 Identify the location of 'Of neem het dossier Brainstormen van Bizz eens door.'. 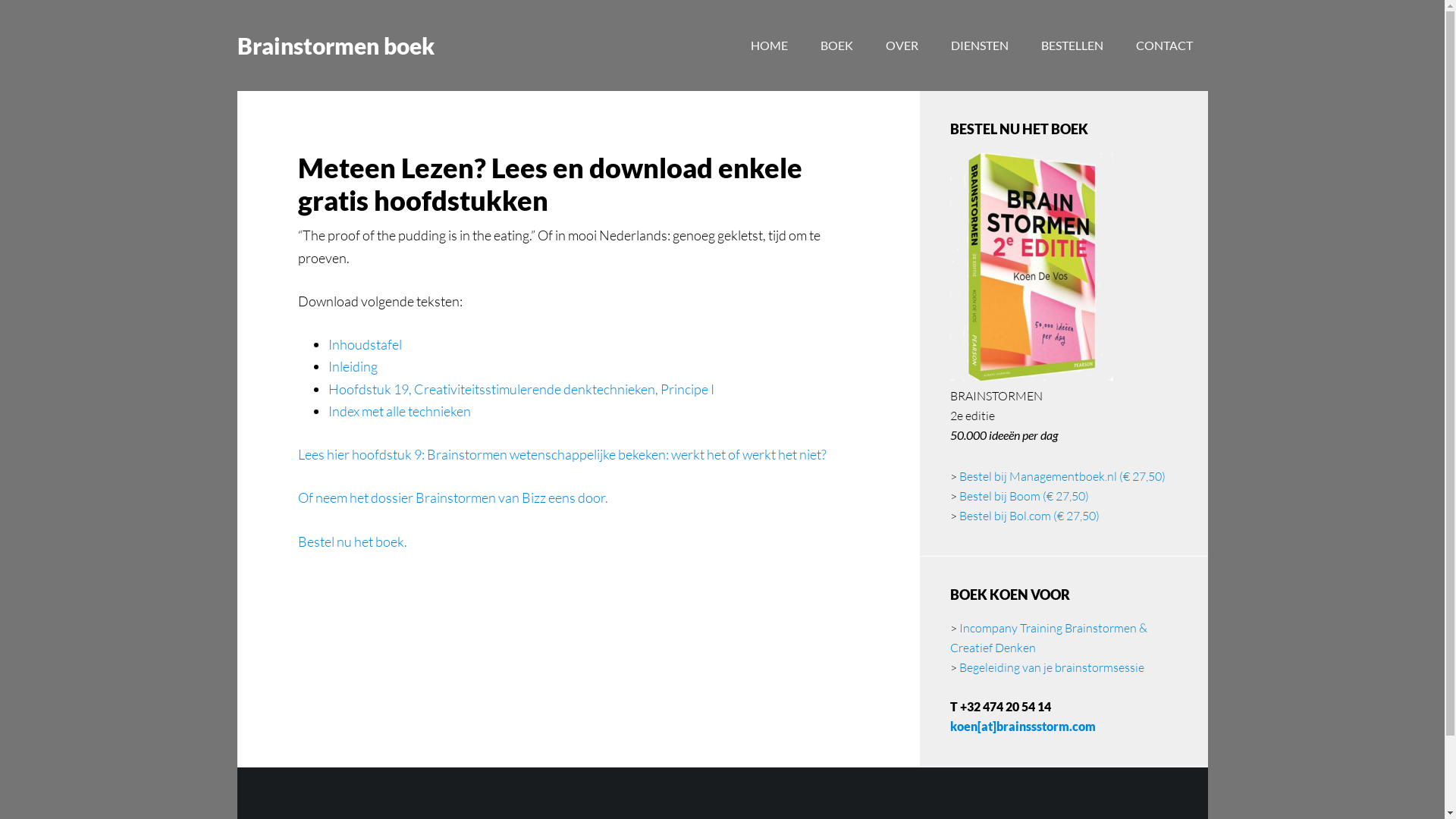
(451, 497).